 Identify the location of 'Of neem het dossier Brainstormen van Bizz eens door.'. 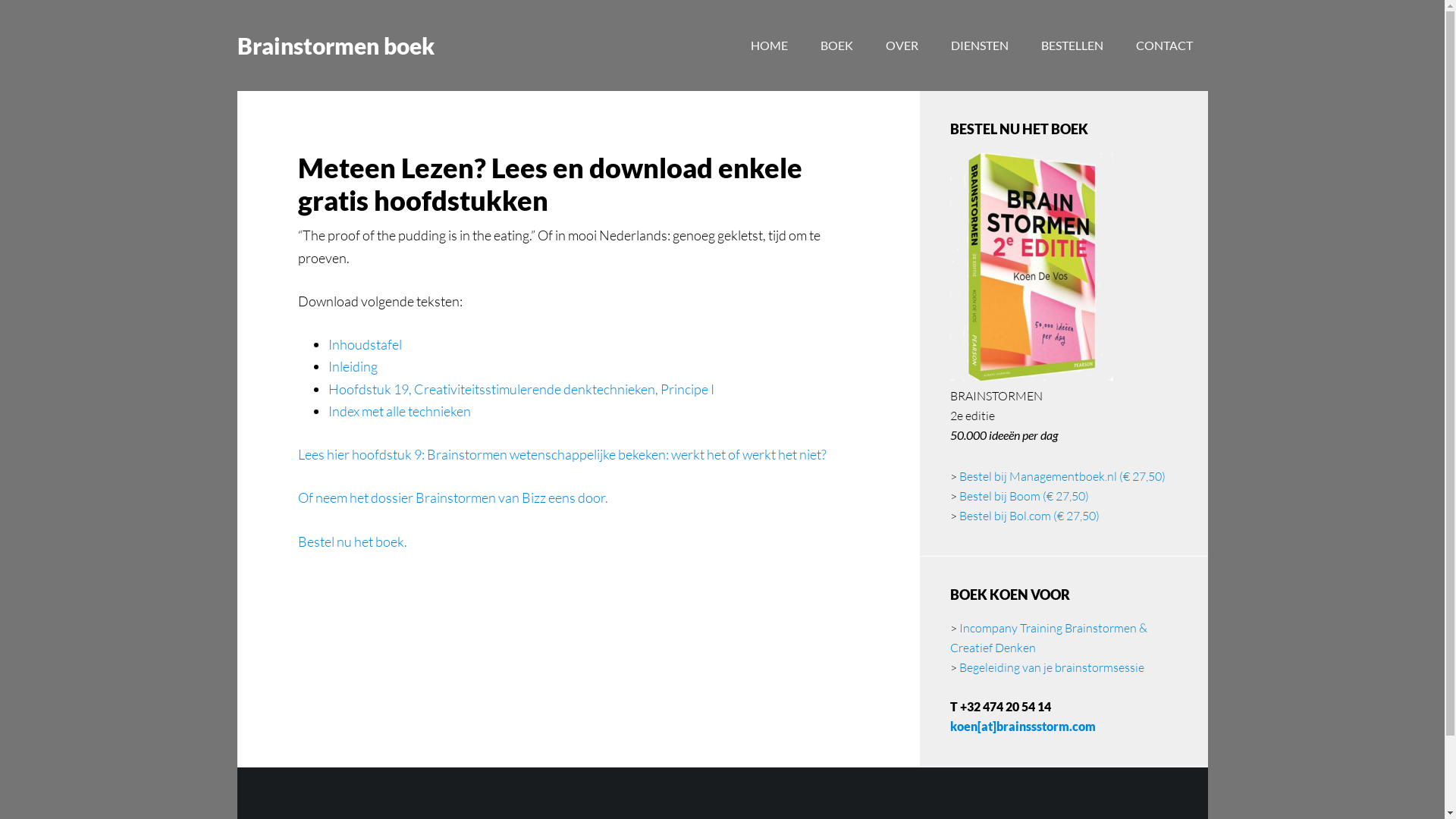
(451, 497).